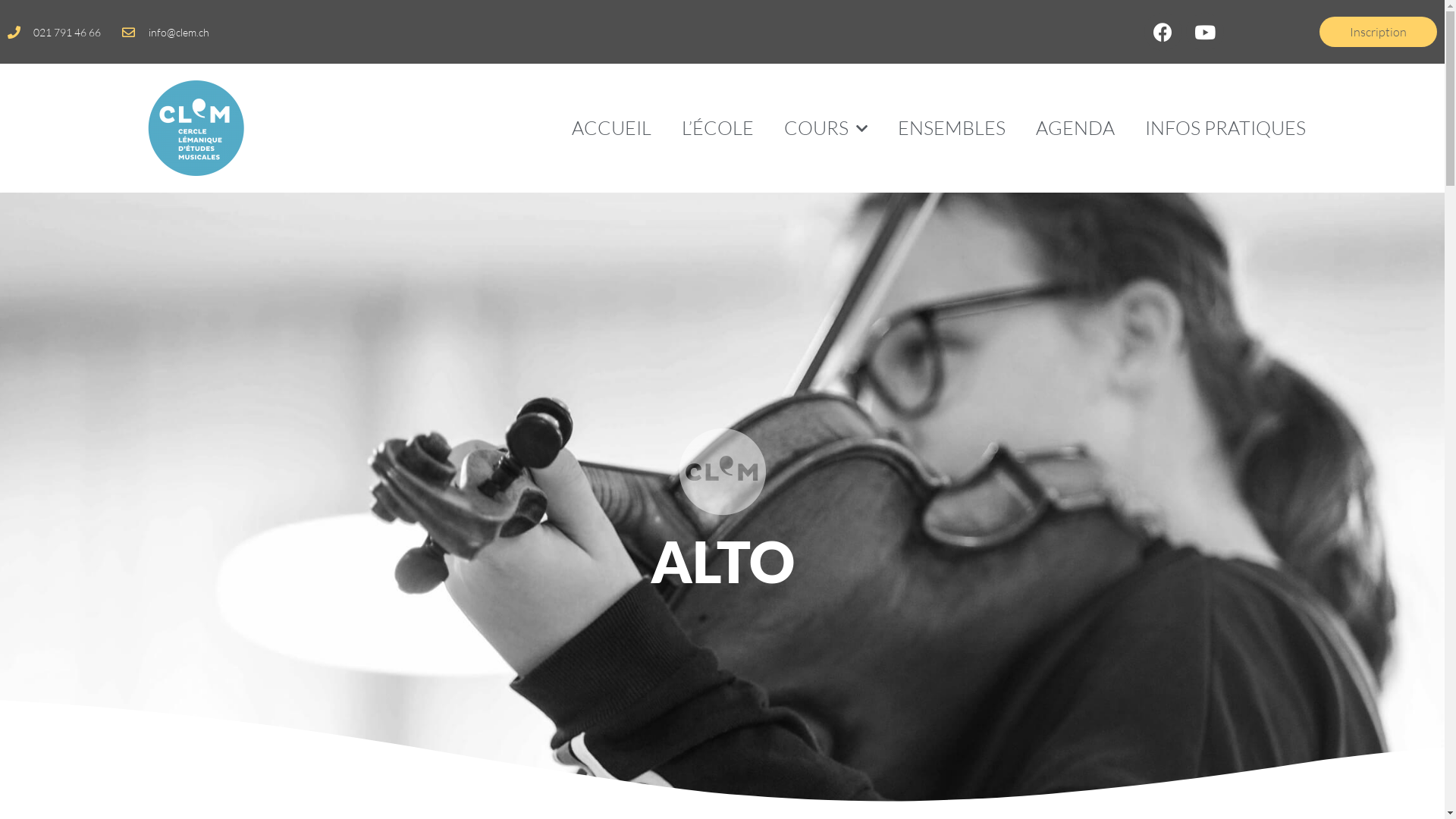  Describe the element at coordinates (54, 32) in the screenshot. I see `'021 791 46 66'` at that location.